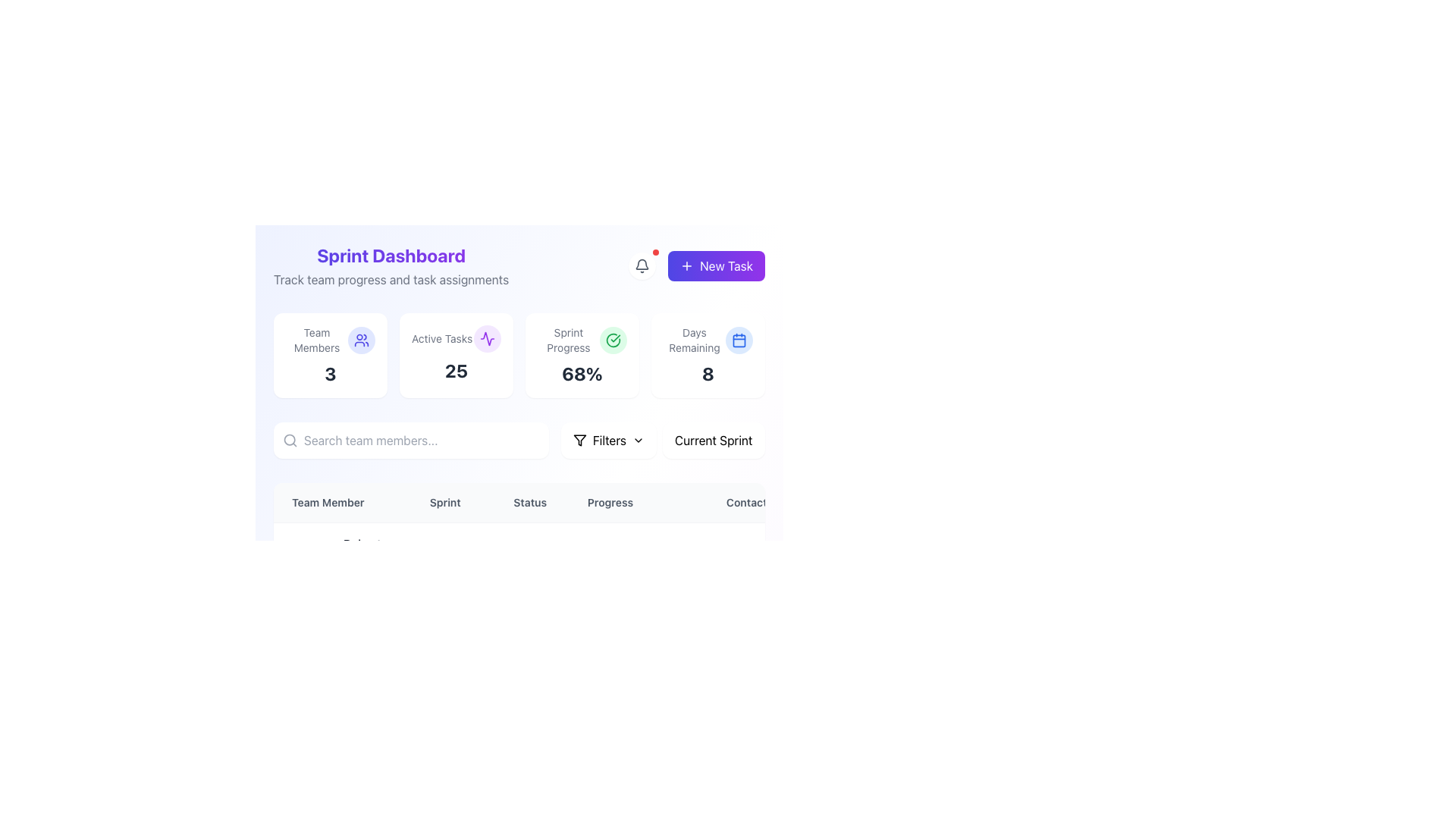 The image size is (1456, 819). What do you see at coordinates (360, 339) in the screenshot?
I see `the distinct 'Team Members' icon located in the top part of the dashboard, beside the number '3'` at bounding box center [360, 339].